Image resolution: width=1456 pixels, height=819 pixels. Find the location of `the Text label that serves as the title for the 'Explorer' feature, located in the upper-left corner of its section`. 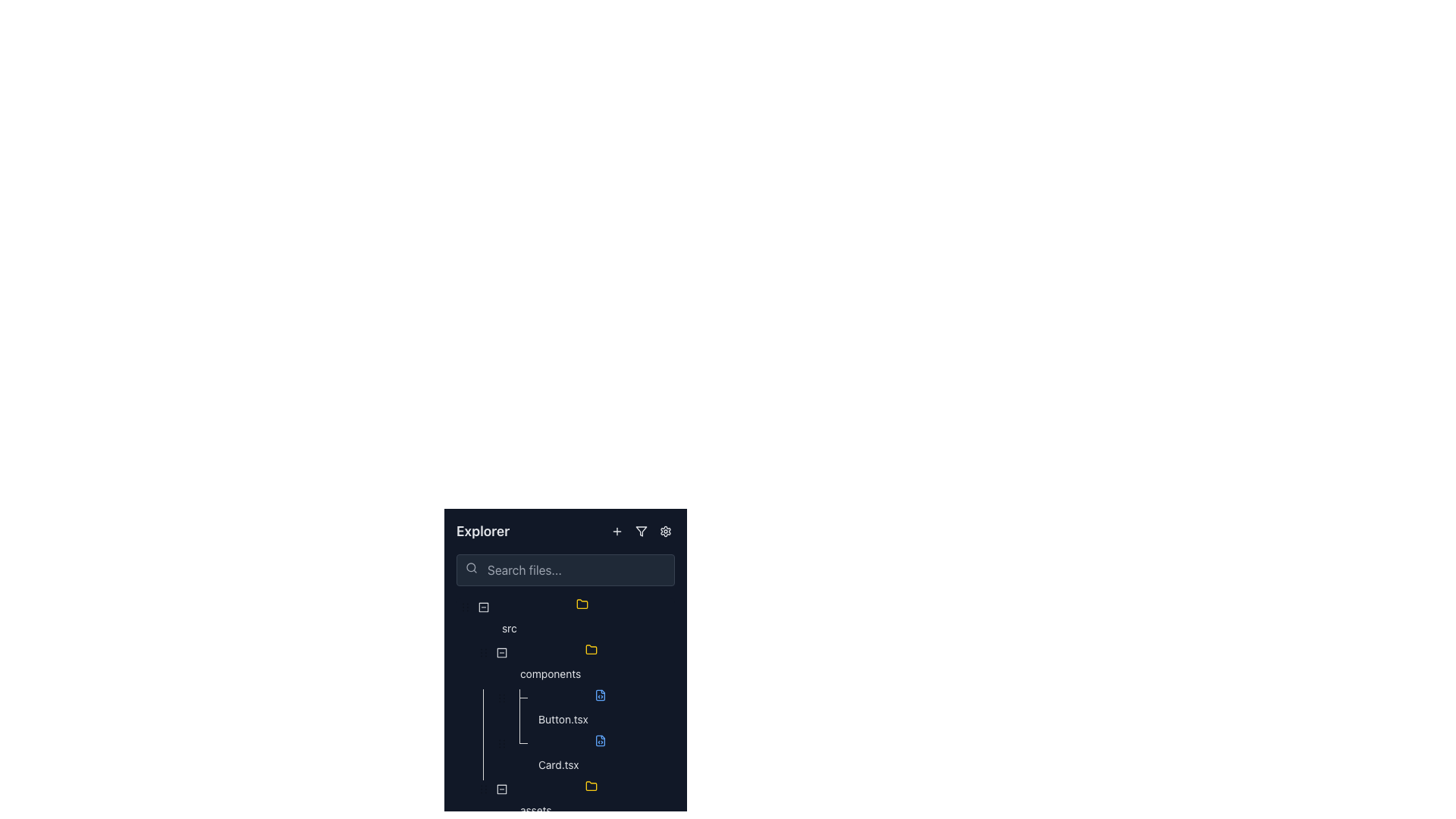

the Text label that serves as the title for the 'Explorer' feature, located in the upper-left corner of its section is located at coordinates (482, 531).